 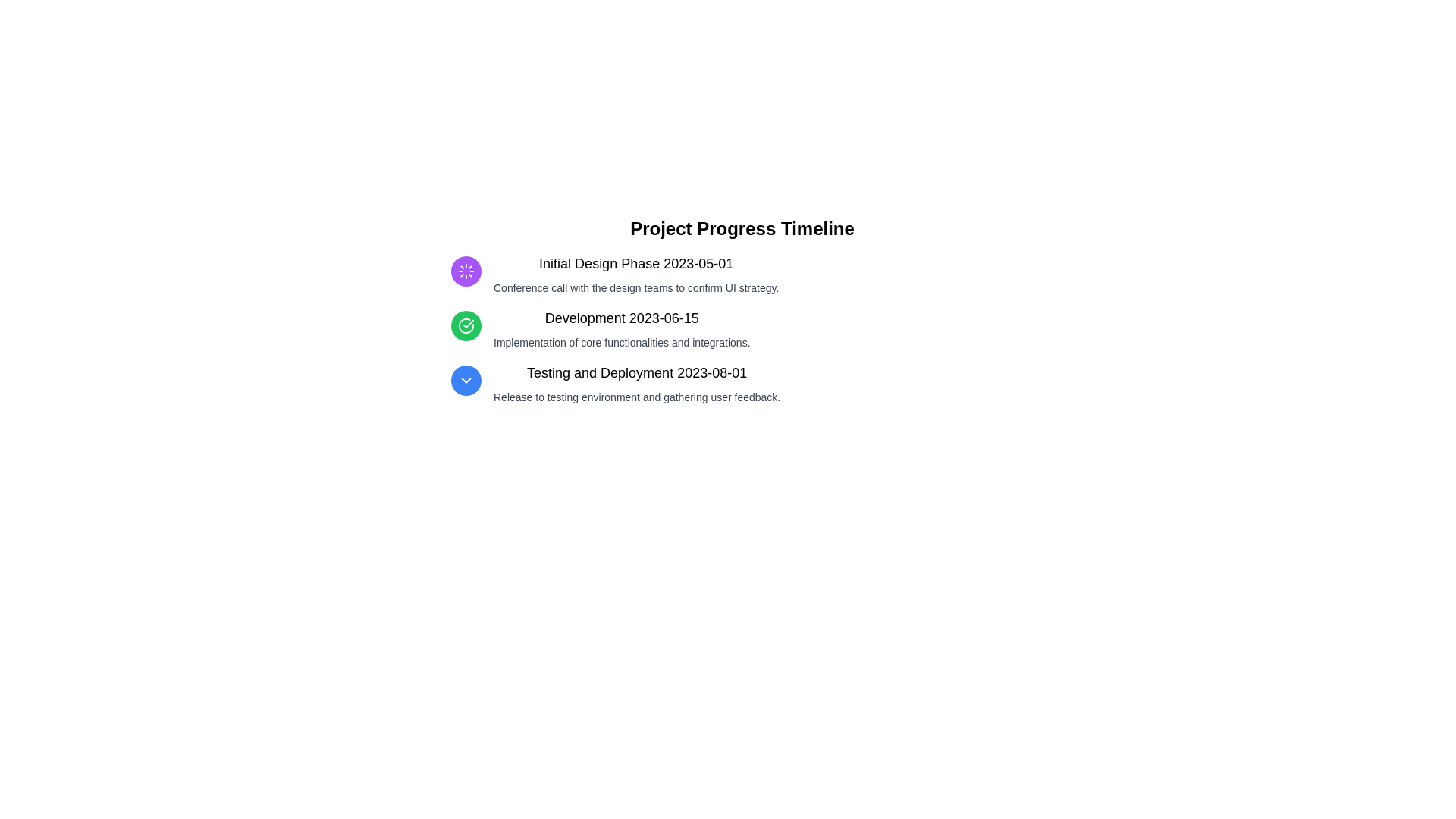 What do you see at coordinates (465, 271) in the screenshot?
I see `the circular icon with a purple background and a white spinning loader graphic, located at the topmost position in the left-aligned icon list for the 'Initial Design Phase 2023-05-01'` at bounding box center [465, 271].